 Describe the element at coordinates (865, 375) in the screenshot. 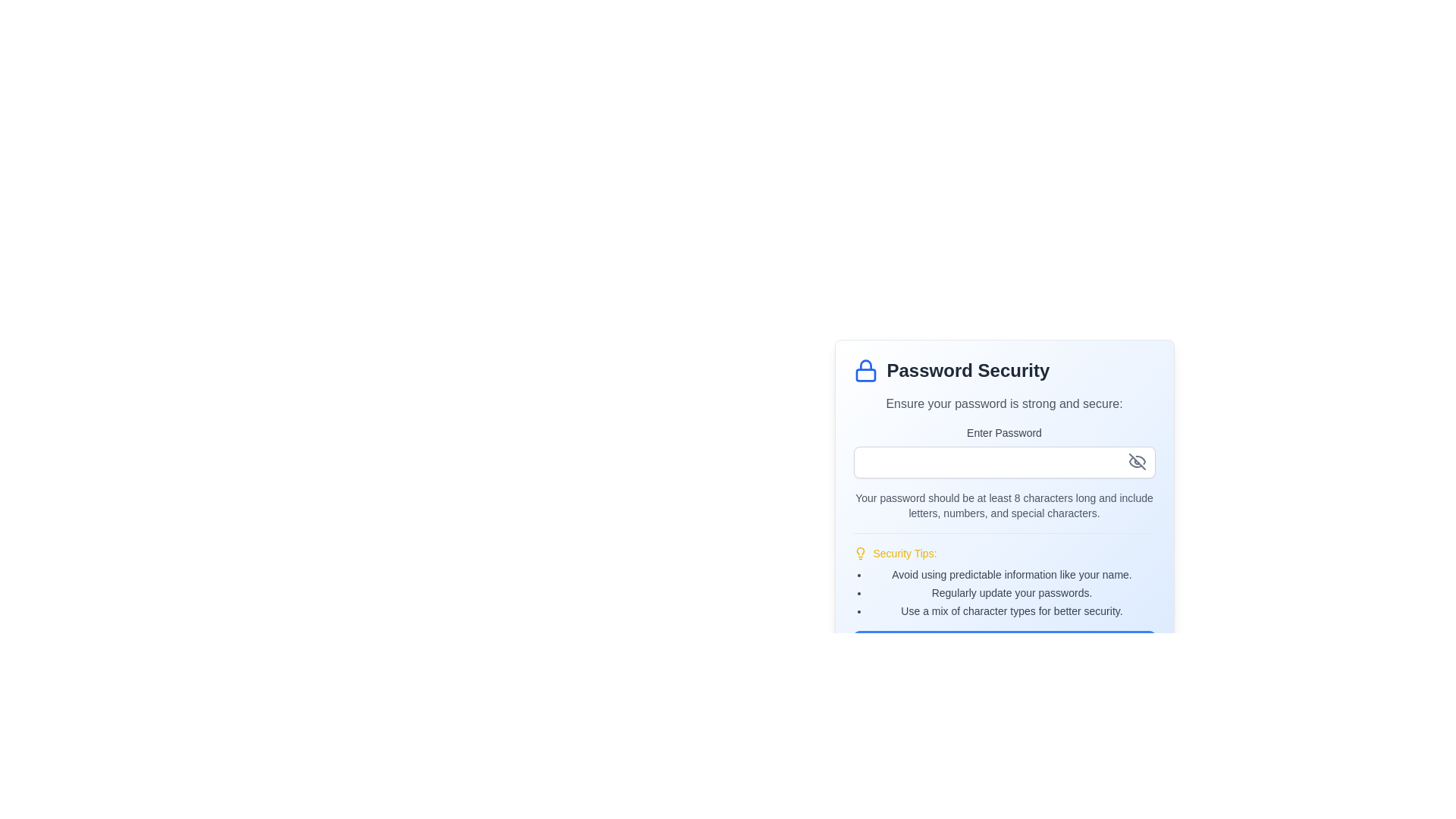

I see `the lower rectangular section of the lock's body in the security icon, which symbolizes security and restricted access` at that location.